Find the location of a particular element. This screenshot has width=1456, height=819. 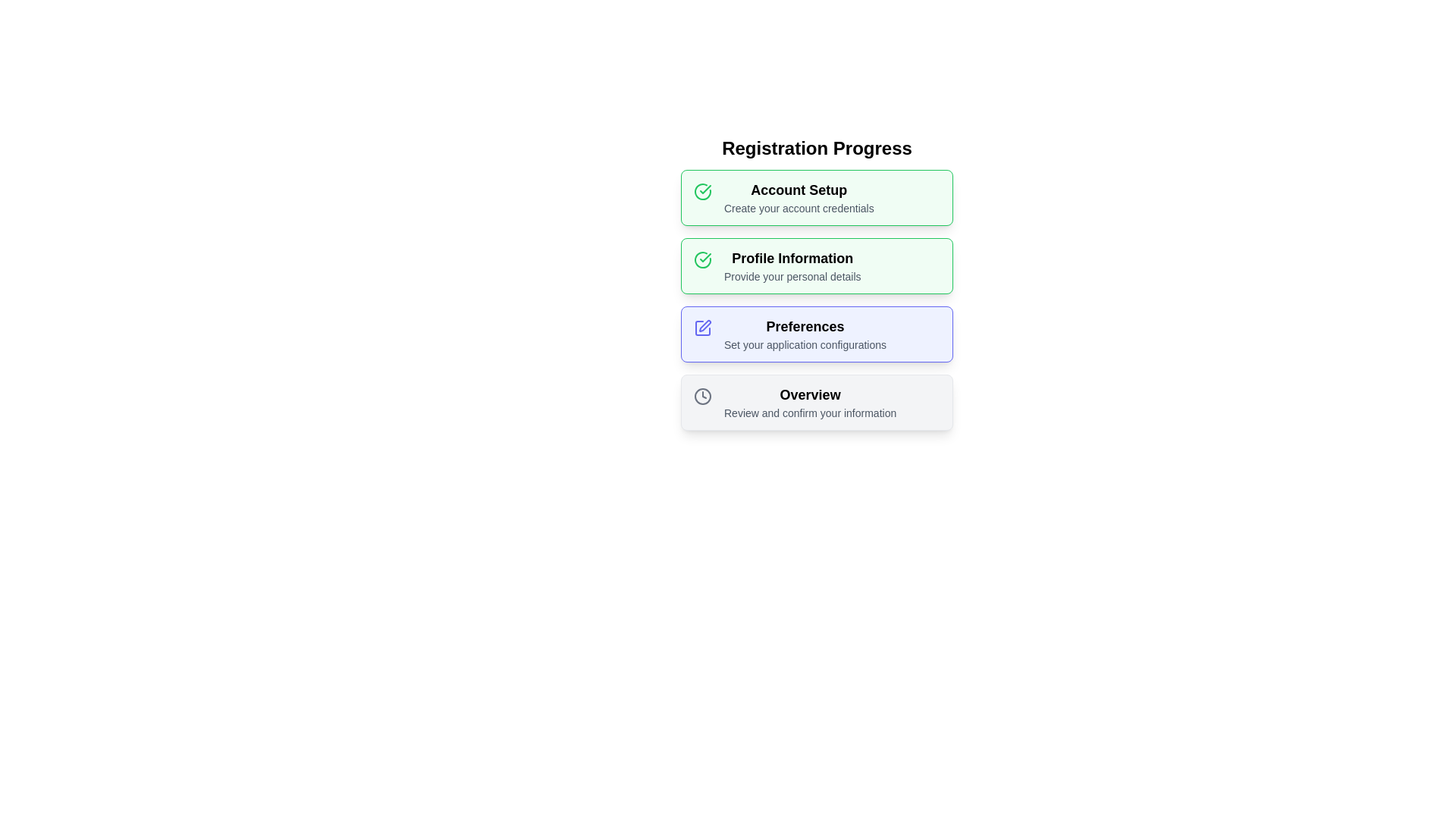

the clock icon with a circular border and clock hands, which is located to the left of the 'Overview' text in the fourth step of the 'Registration Progress' interface is located at coordinates (701, 396).